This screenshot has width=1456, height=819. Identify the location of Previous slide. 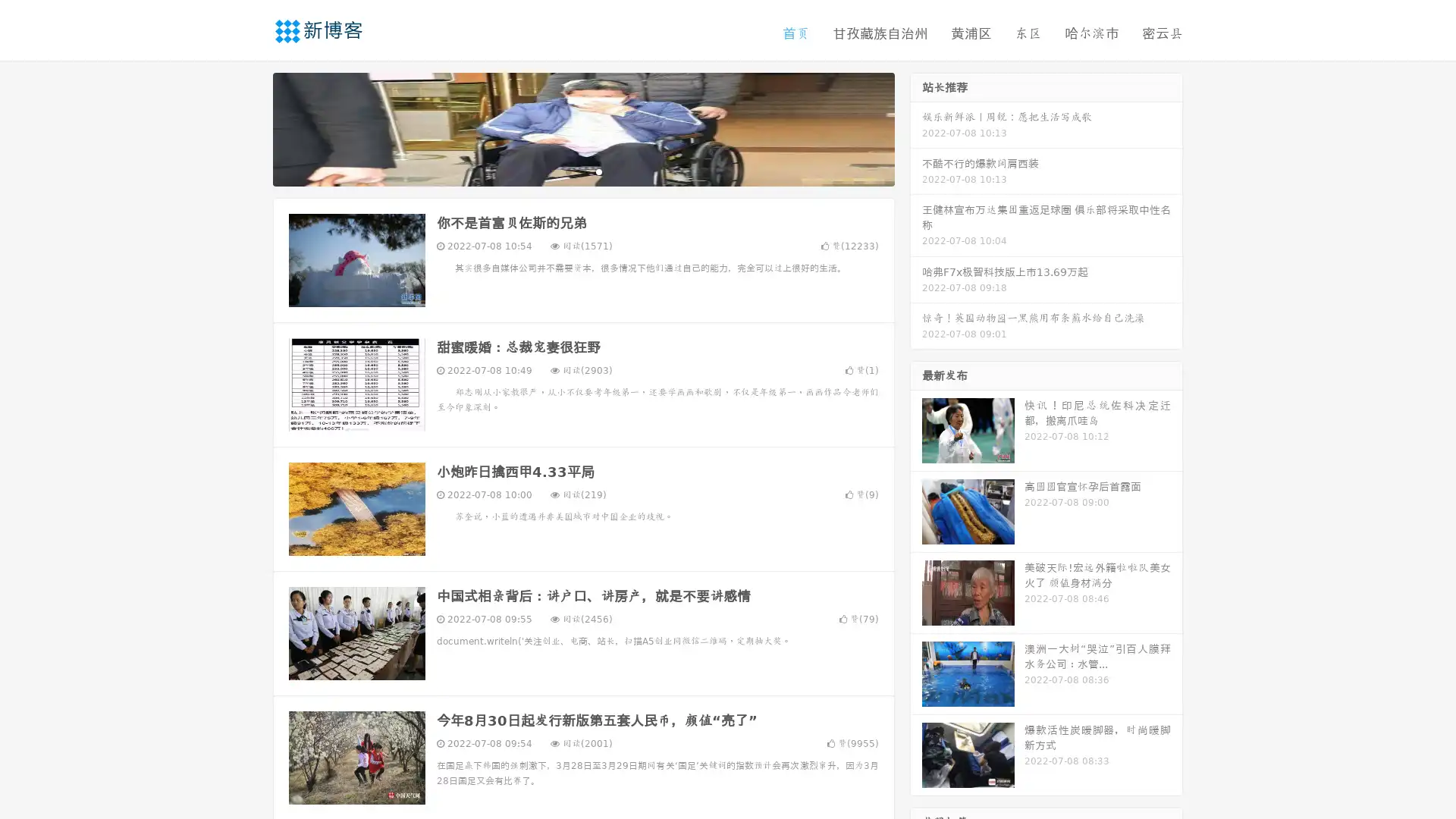
(250, 127).